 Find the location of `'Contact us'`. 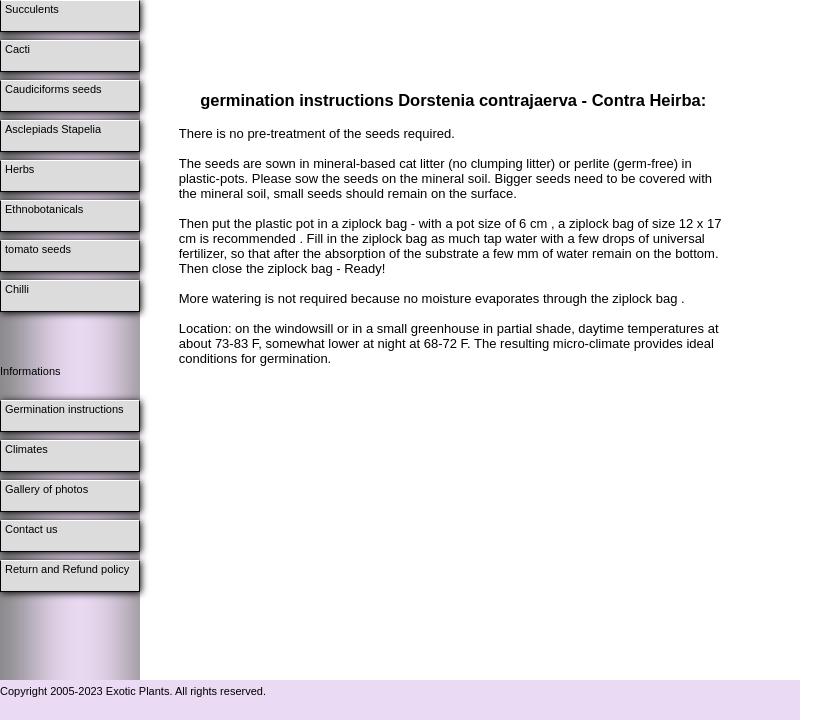

'Contact us' is located at coordinates (30, 527).